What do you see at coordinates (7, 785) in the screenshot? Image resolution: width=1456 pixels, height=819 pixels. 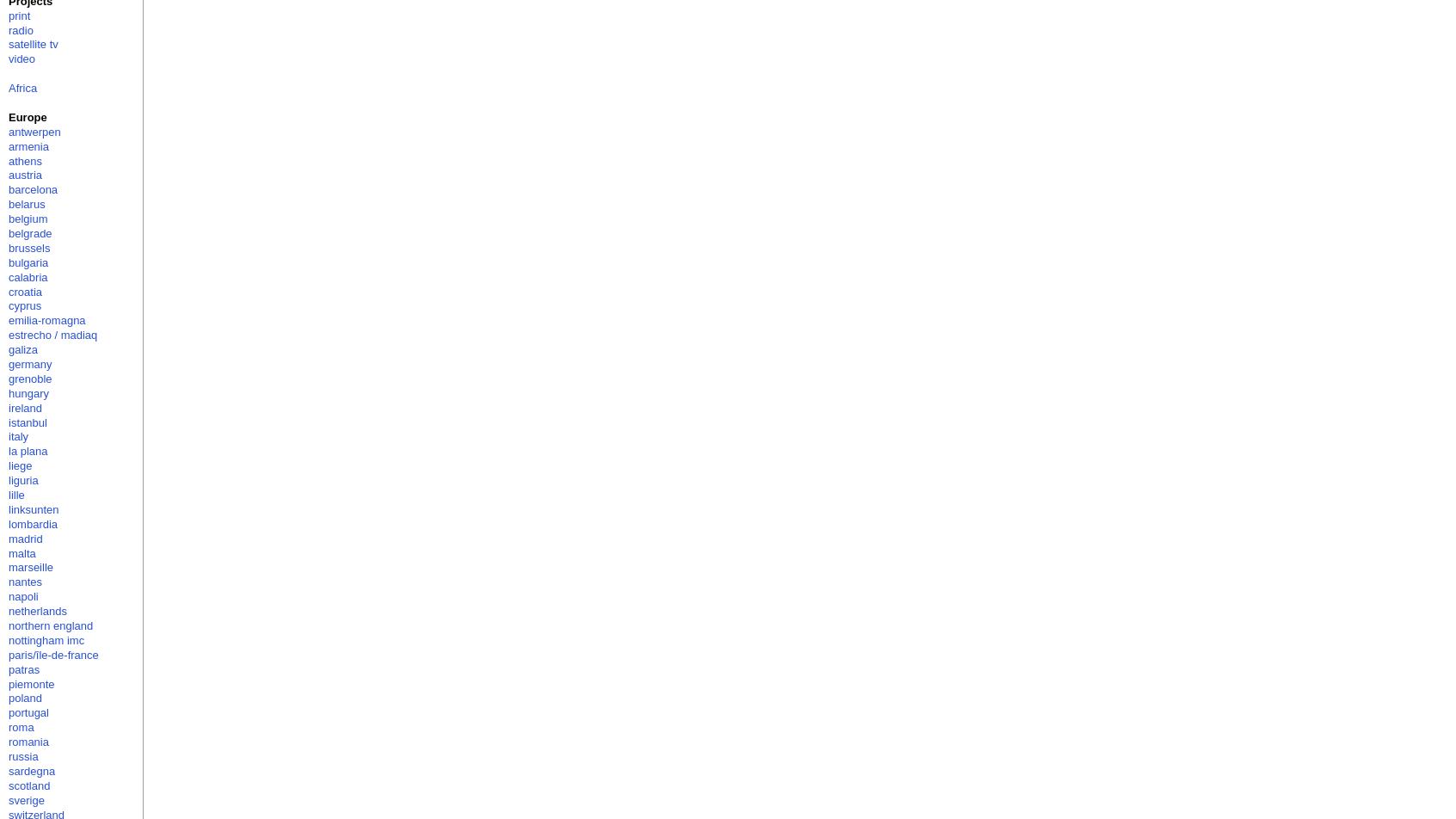 I see `'scotland'` at bounding box center [7, 785].